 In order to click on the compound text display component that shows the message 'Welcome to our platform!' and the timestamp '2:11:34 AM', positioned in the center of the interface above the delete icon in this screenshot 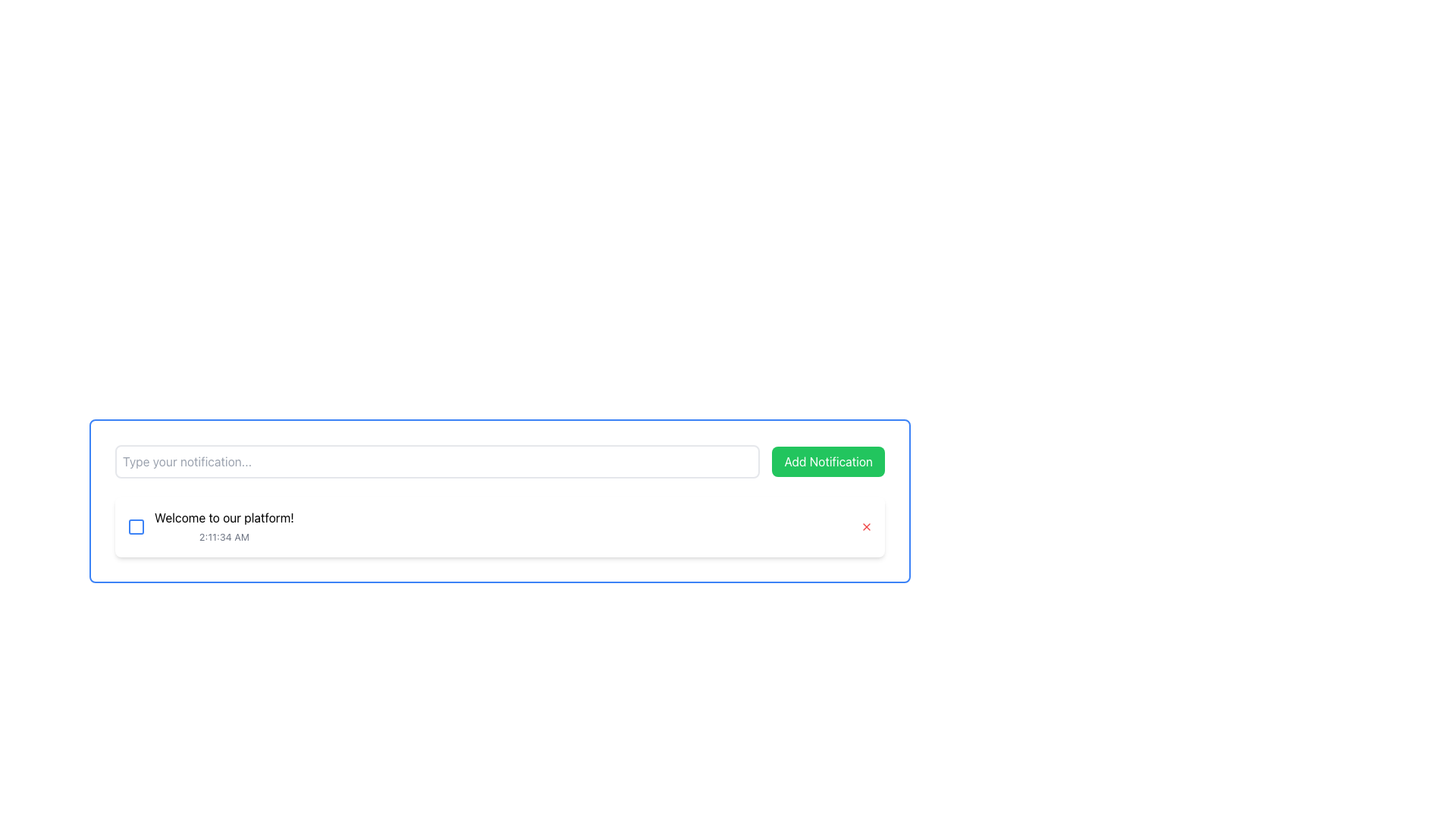, I will do `click(223, 526)`.